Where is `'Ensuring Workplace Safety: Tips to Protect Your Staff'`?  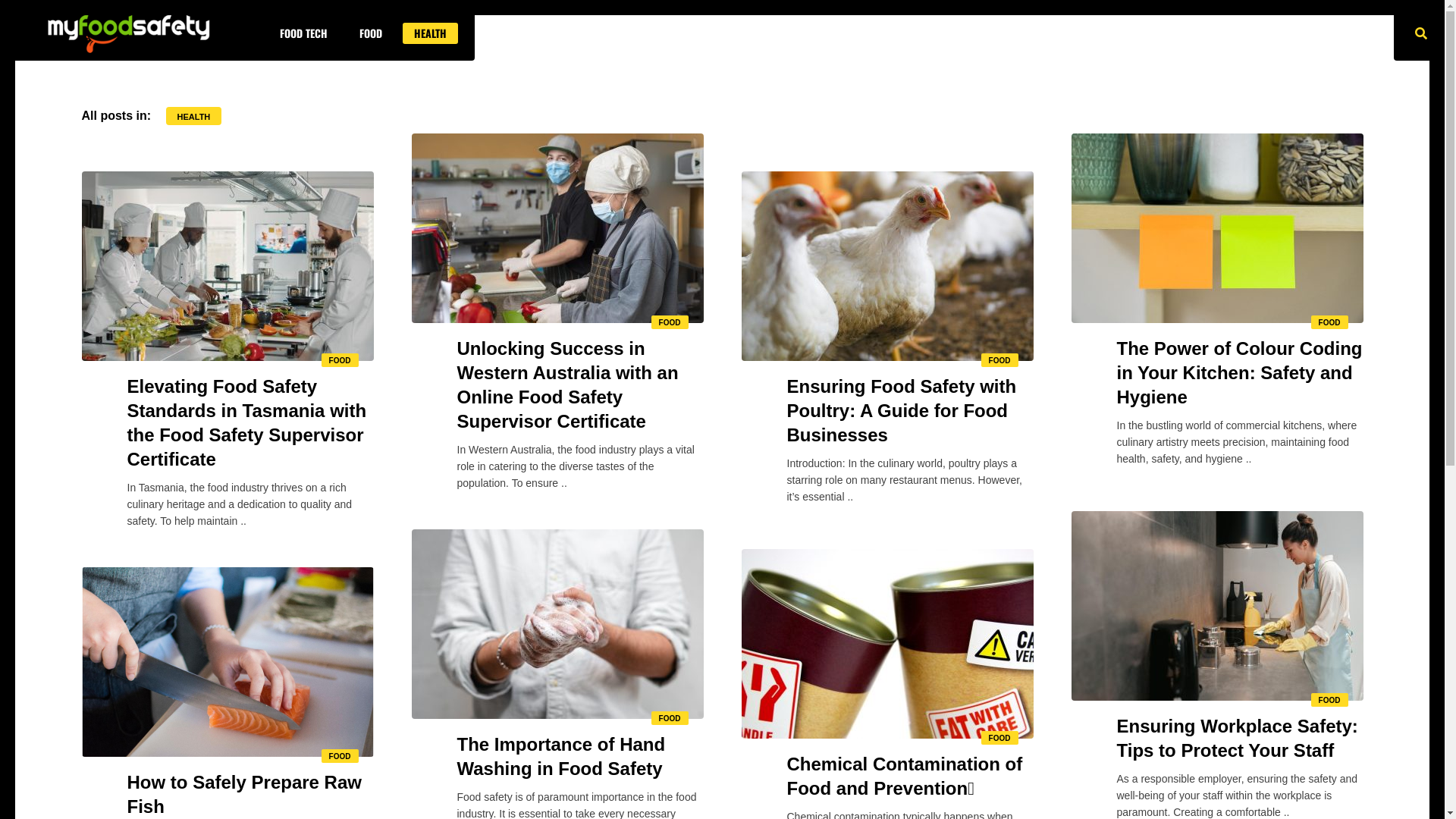
'Ensuring Workplace Safety: Tips to Protect Your Staff' is located at coordinates (1239, 738).